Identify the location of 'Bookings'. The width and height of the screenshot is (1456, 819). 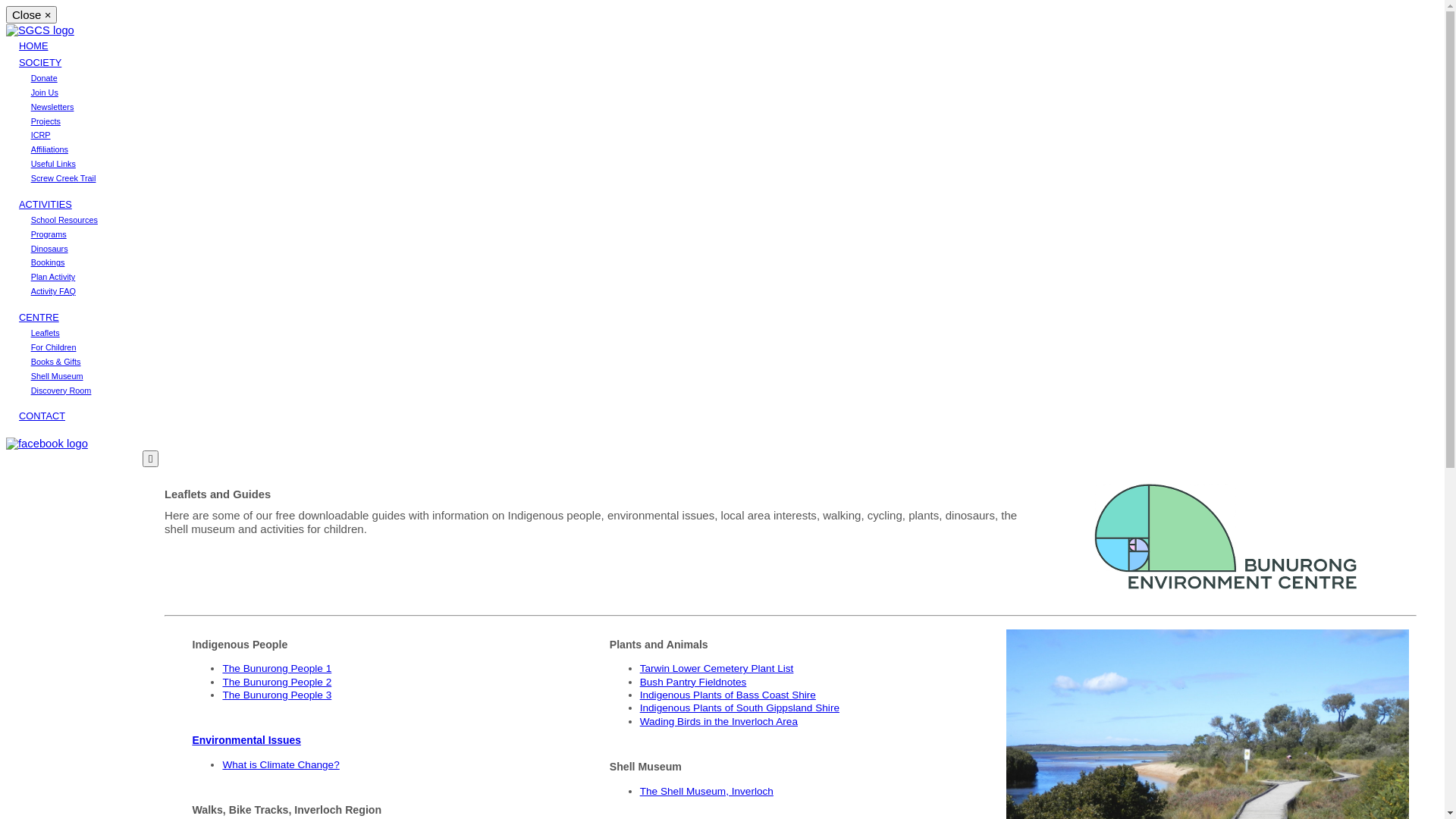
(31, 262).